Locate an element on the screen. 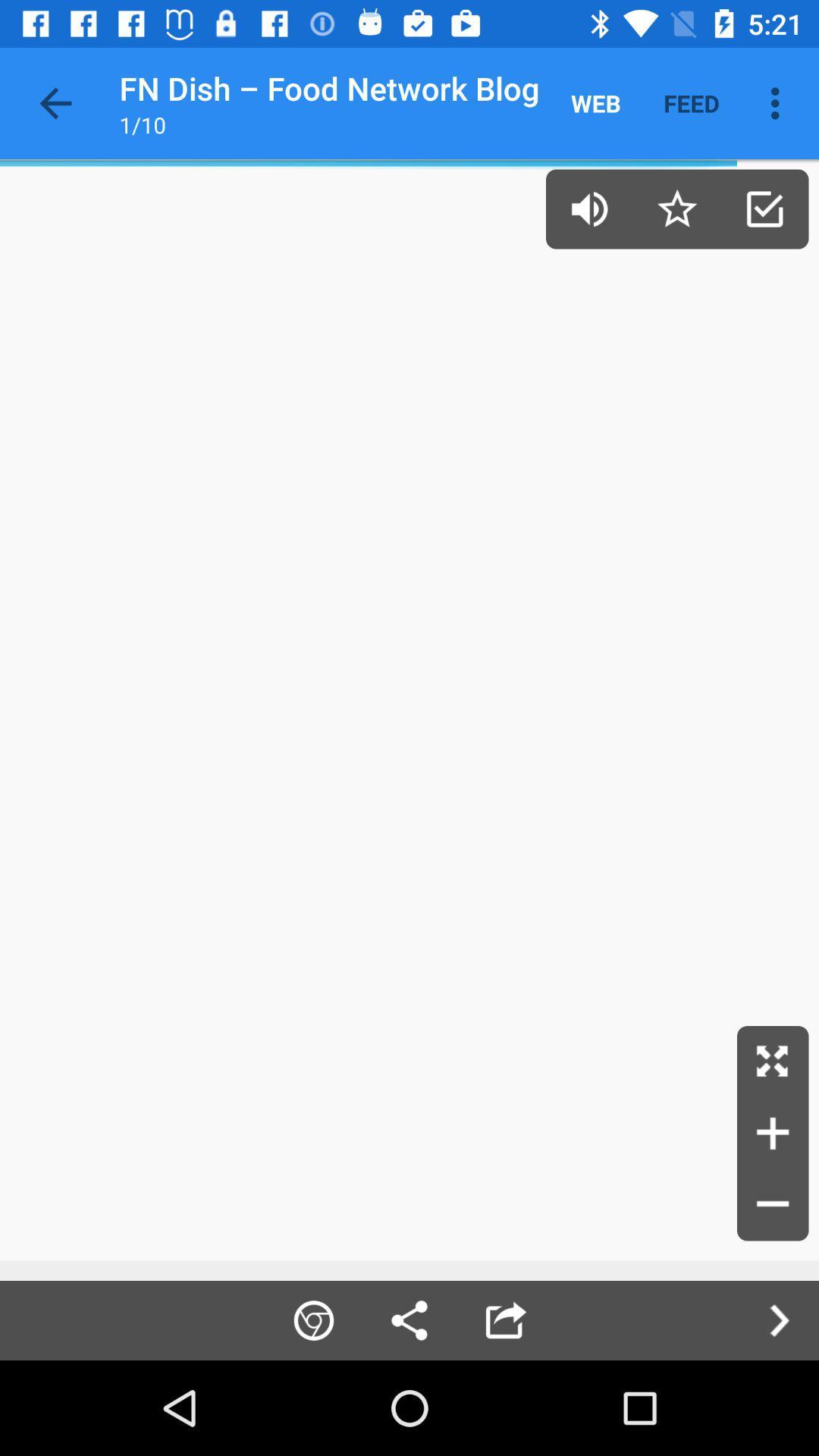 This screenshot has width=819, height=1456. web is located at coordinates (595, 102).